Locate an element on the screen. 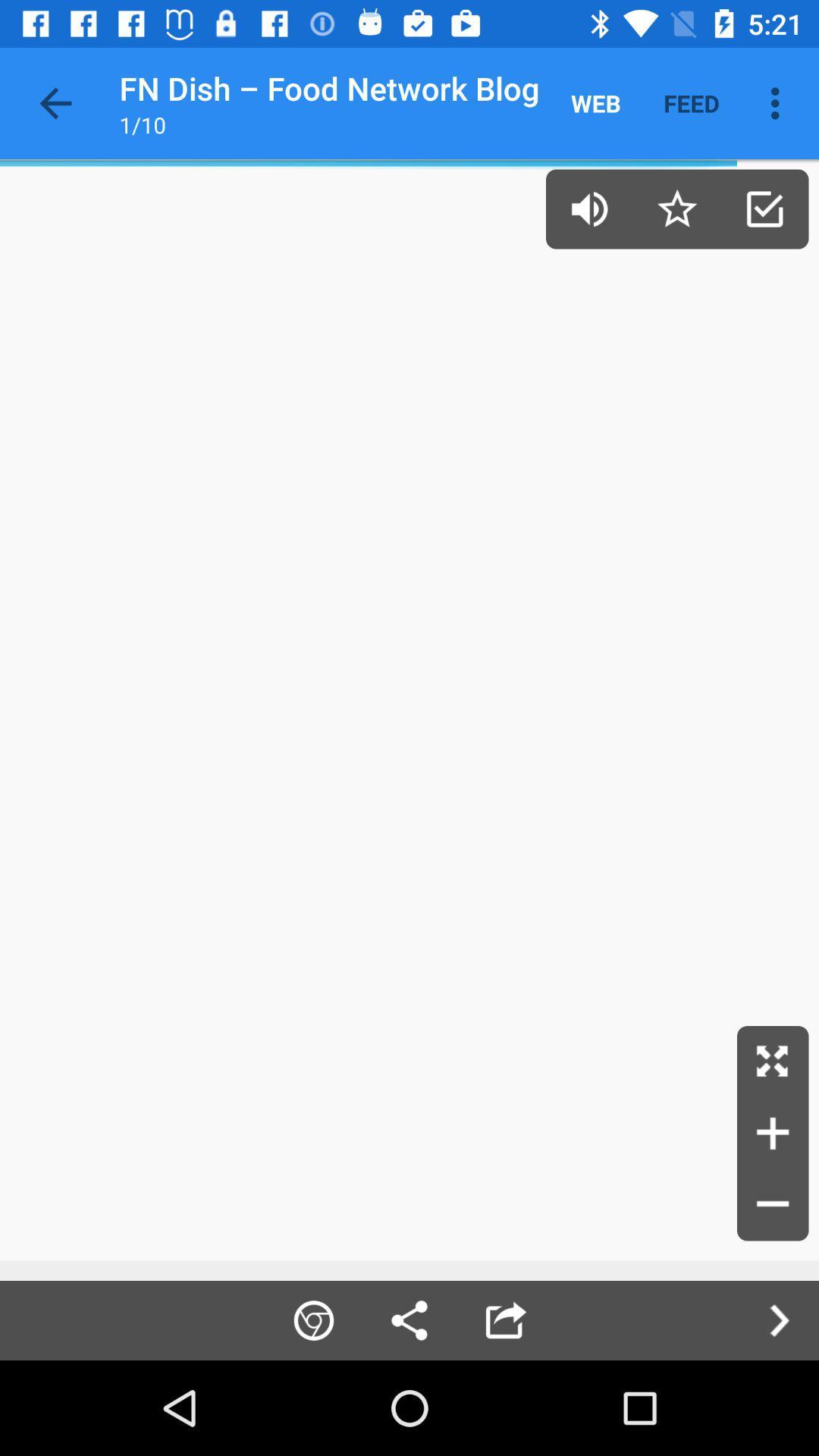 This screenshot has width=819, height=1456. web is located at coordinates (595, 102).